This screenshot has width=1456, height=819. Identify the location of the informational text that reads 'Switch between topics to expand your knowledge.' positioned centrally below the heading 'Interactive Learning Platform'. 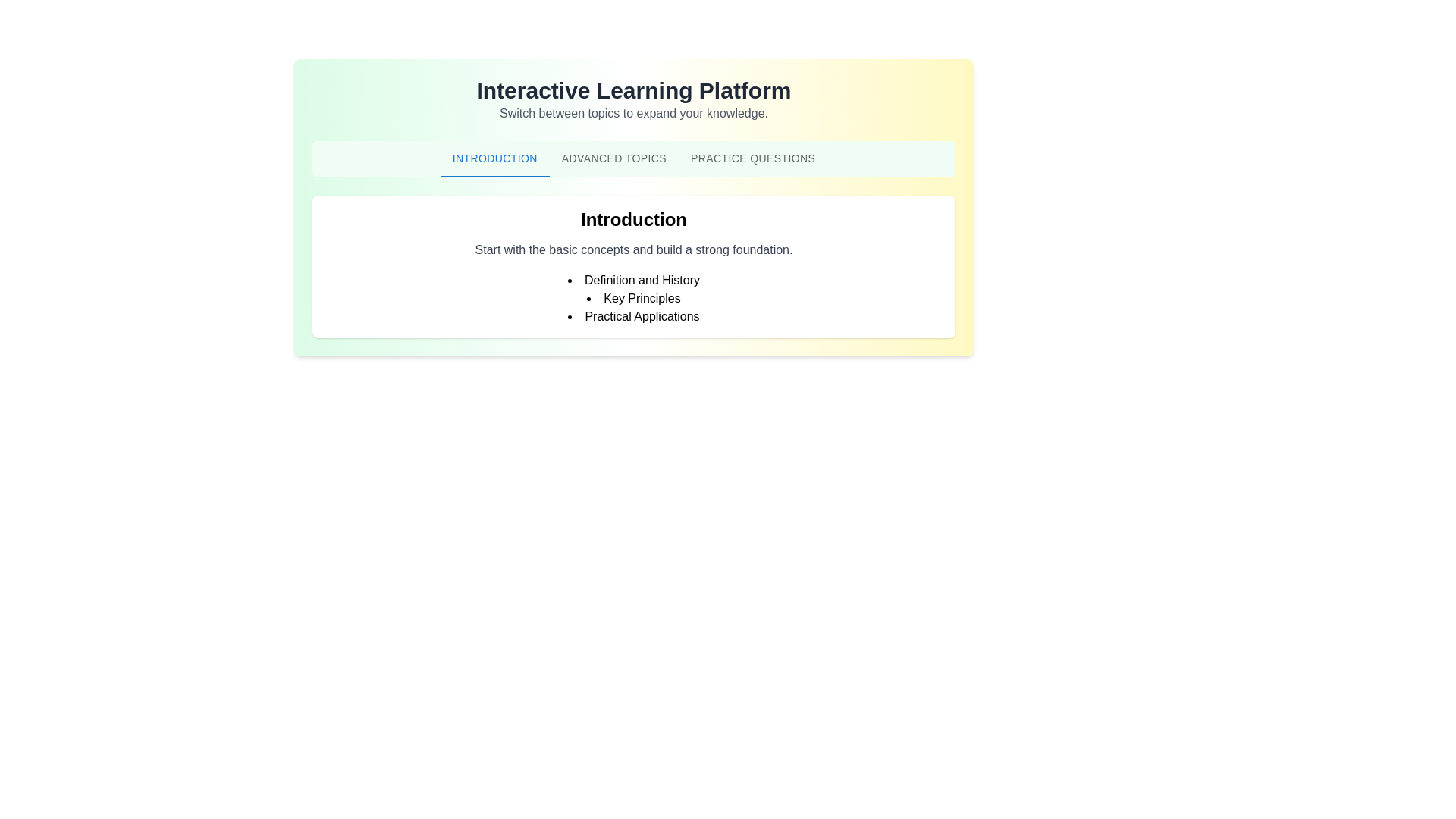
(633, 113).